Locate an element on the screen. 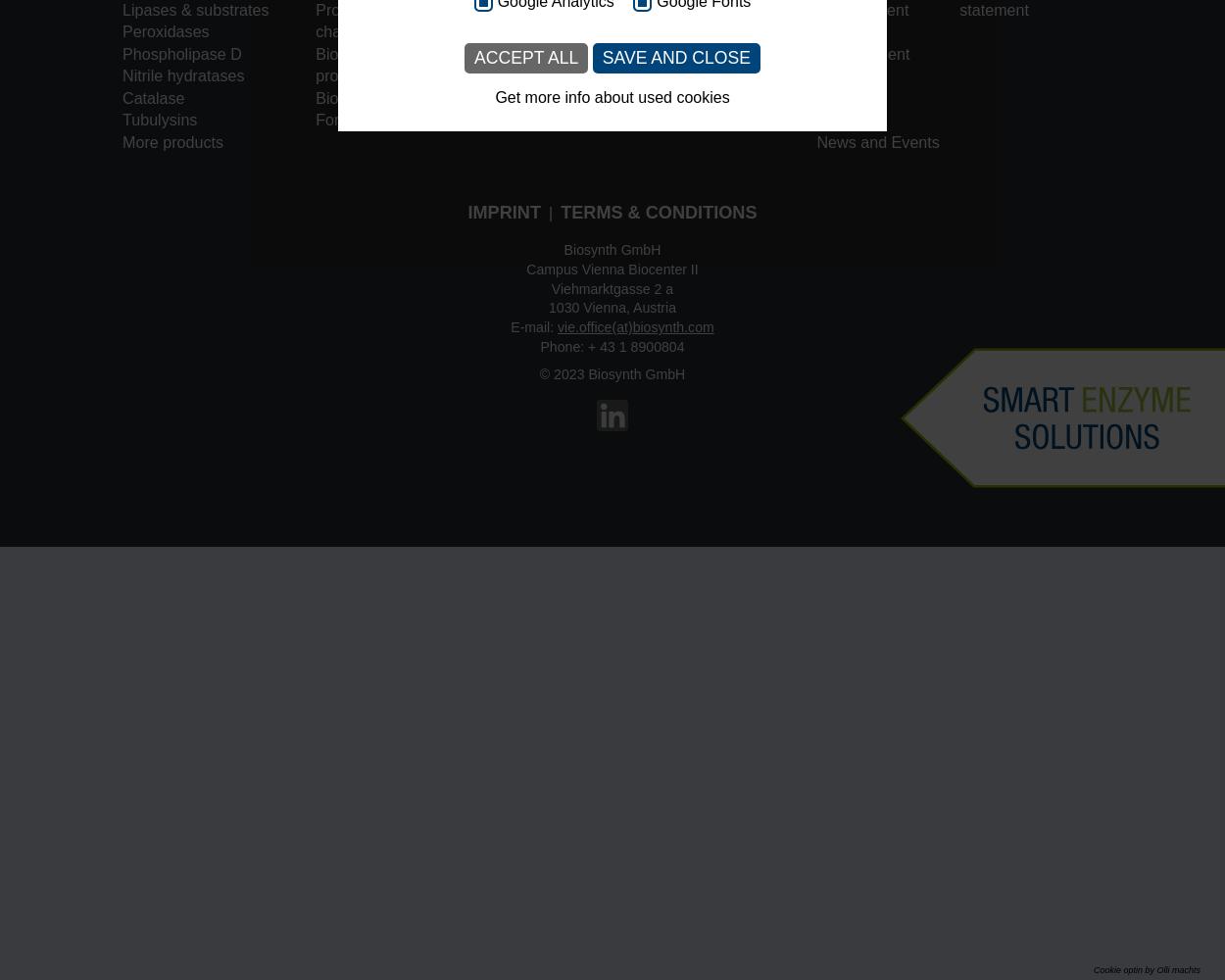  'Get more info about used cookies' is located at coordinates (611, 96).